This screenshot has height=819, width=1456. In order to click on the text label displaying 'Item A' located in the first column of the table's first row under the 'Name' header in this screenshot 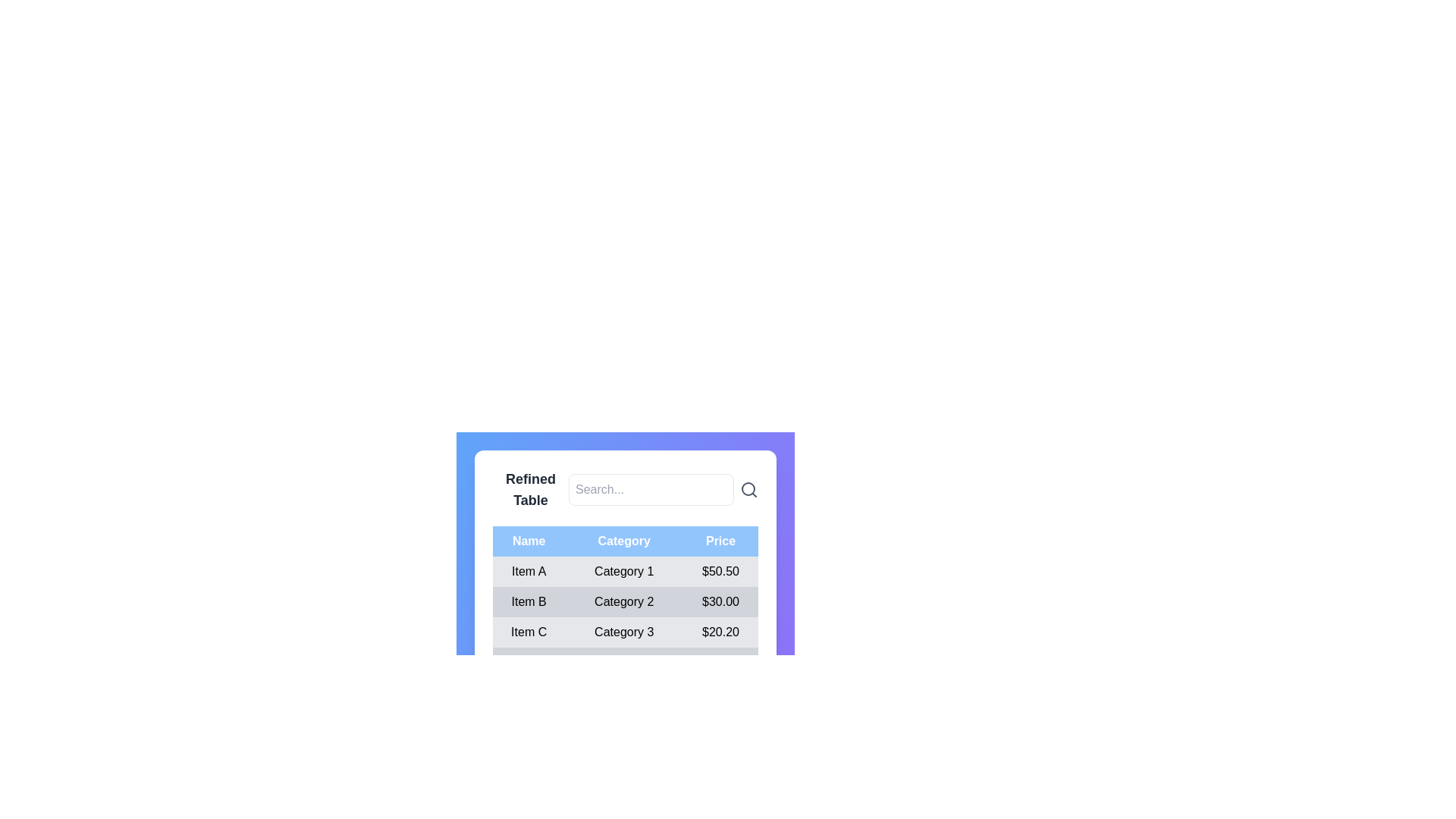, I will do `click(529, 571)`.